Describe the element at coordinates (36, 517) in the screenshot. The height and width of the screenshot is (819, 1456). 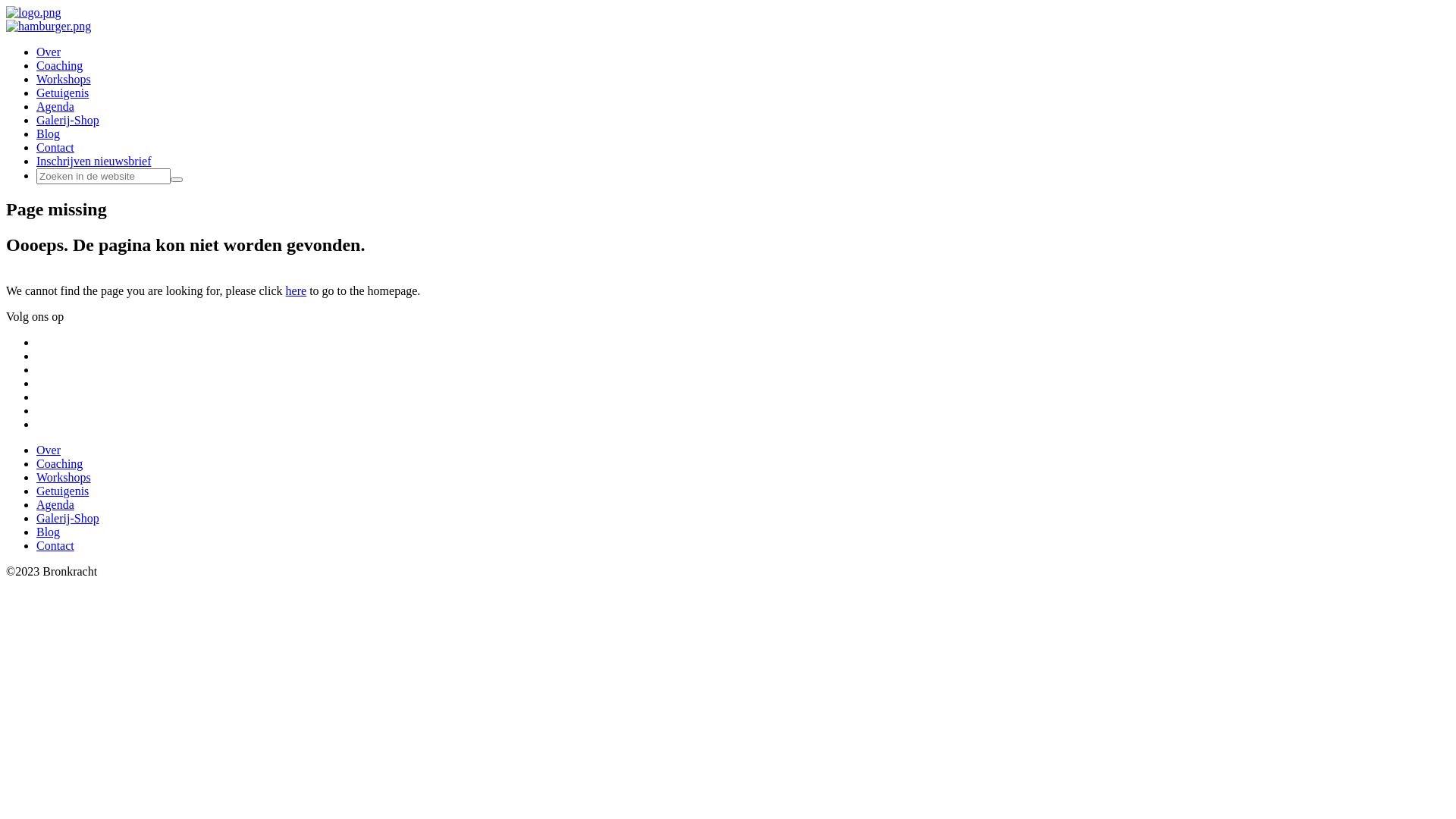
I see `'Galerij-Shop'` at that location.